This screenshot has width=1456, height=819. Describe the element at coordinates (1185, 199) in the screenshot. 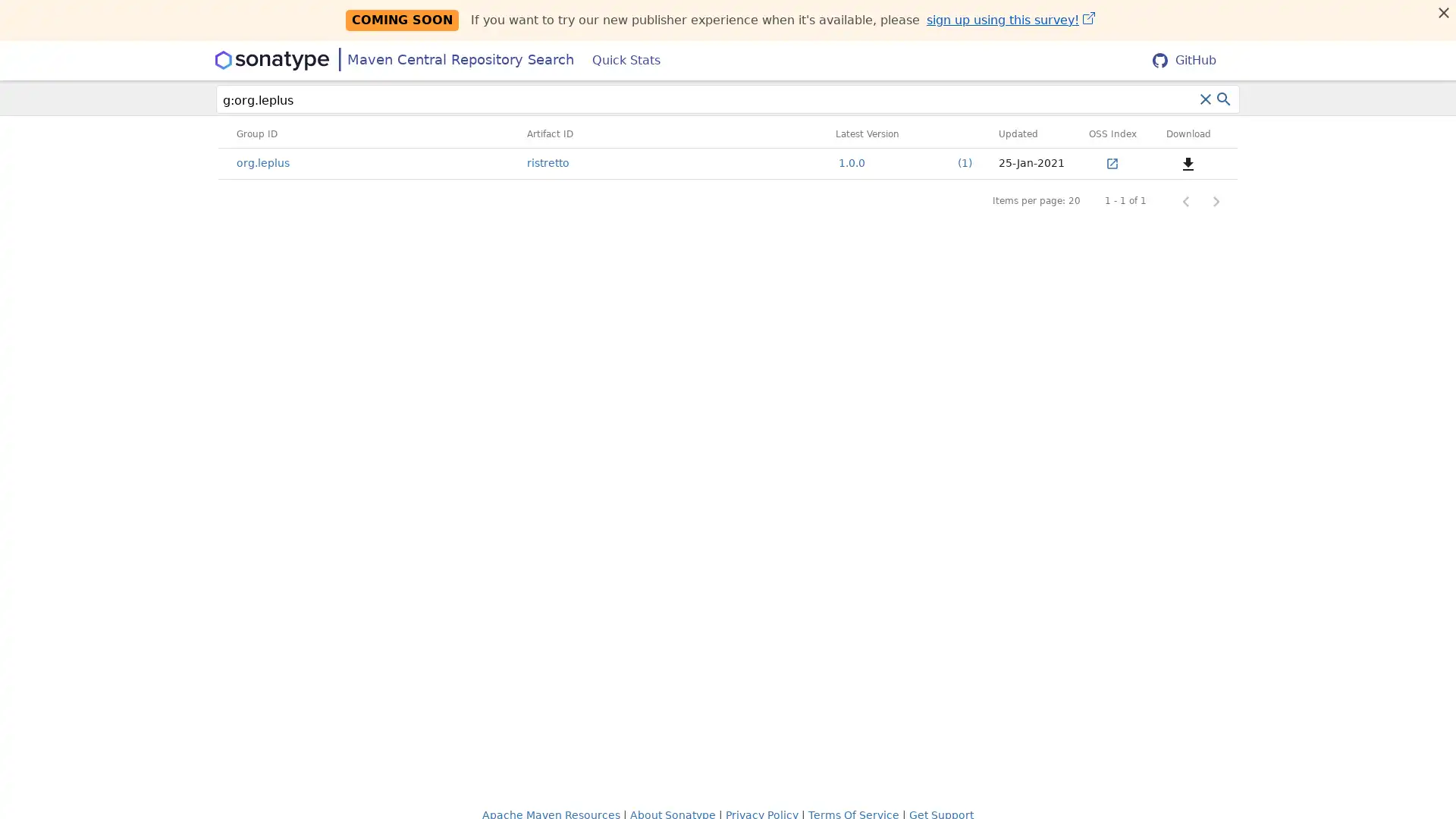

I see `Previous page` at that location.